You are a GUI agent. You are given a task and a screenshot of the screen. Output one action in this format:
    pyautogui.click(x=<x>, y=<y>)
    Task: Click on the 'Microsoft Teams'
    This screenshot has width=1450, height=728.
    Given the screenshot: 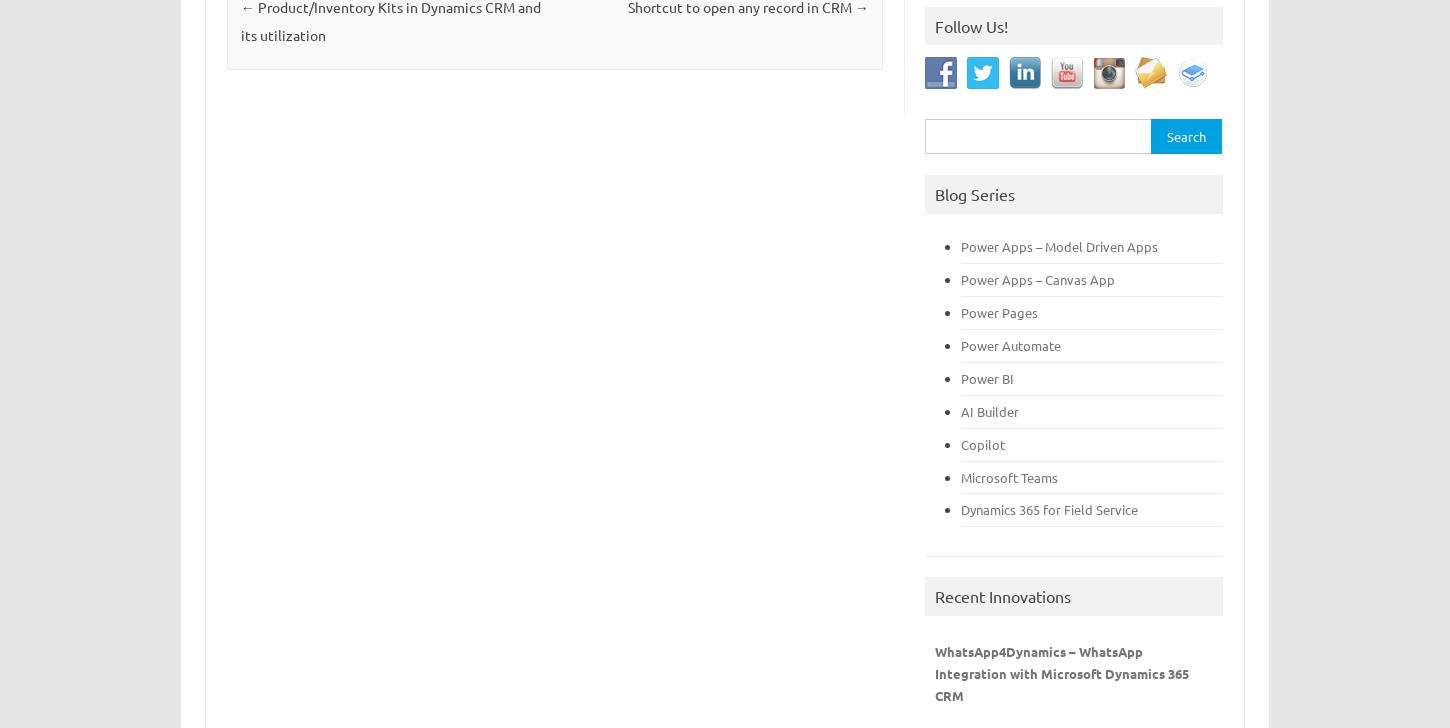 What is the action you would take?
    pyautogui.click(x=960, y=476)
    